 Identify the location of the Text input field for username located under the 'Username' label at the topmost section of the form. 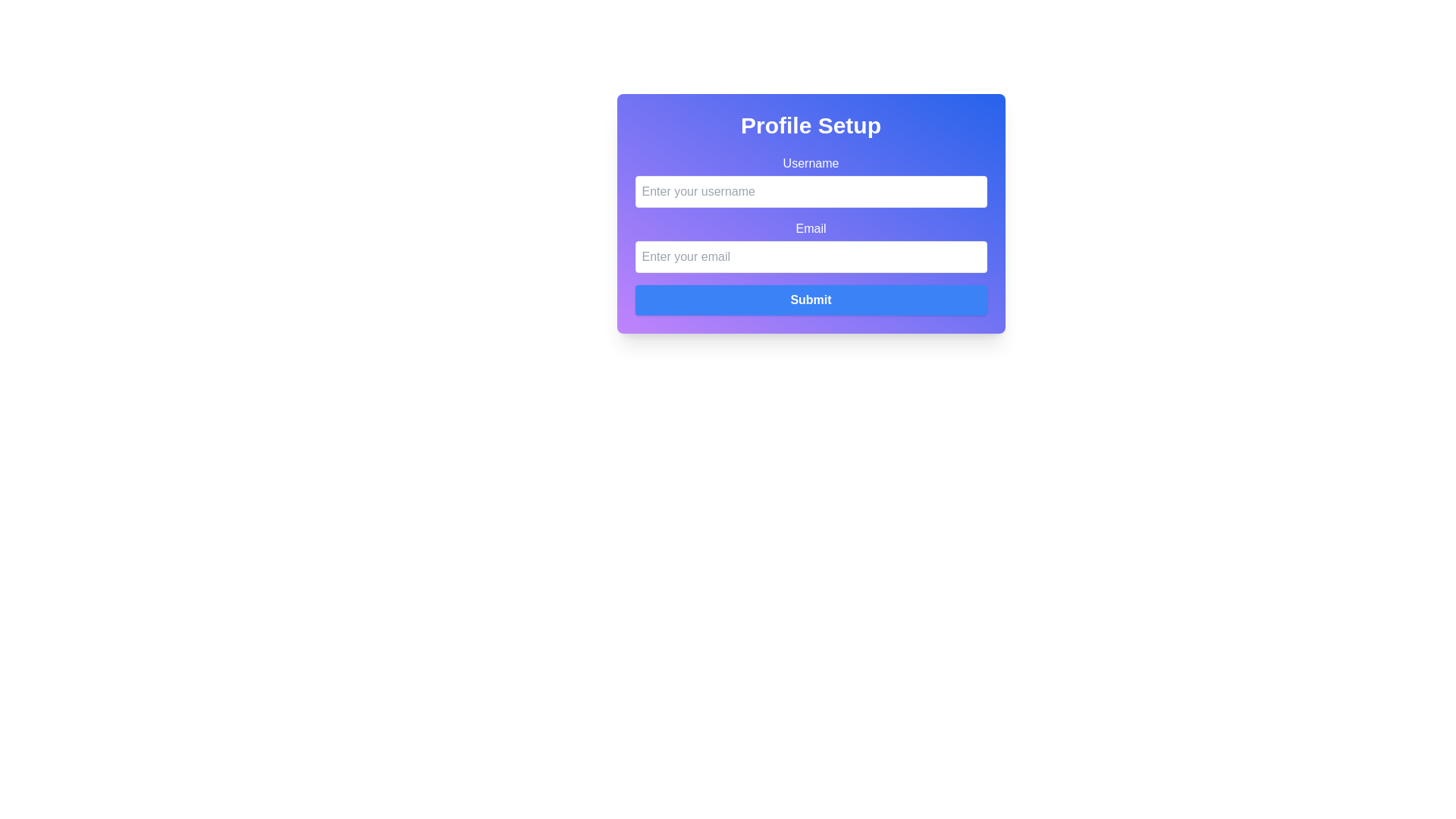
(810, 180).